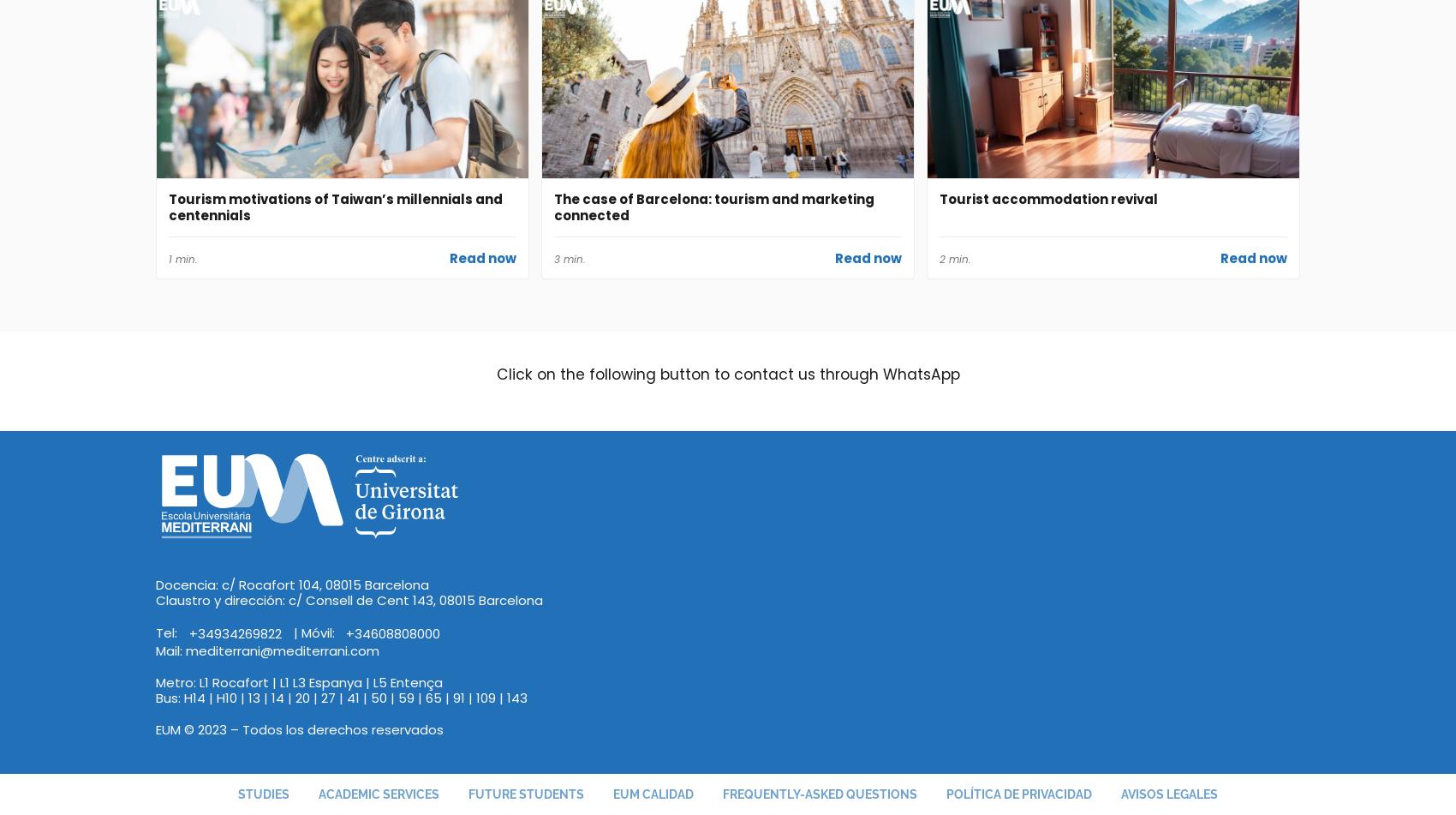  What do you see at coordinates (819, 792) in the screenshot?
I see `'Frequently-asked questions'` at bounding box center [819, 792].